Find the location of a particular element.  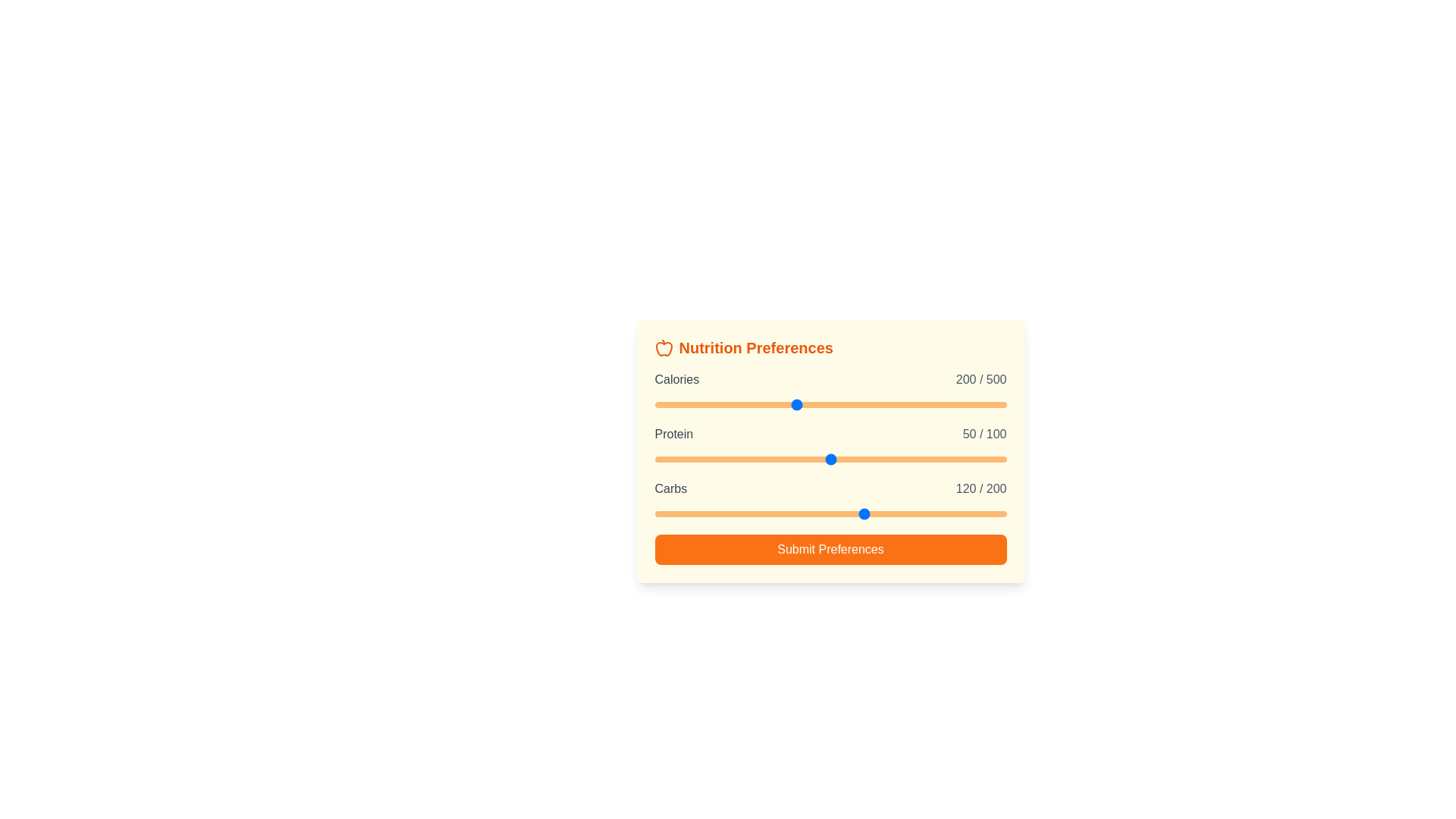

the caloric value is located at coordinates (679, 403).